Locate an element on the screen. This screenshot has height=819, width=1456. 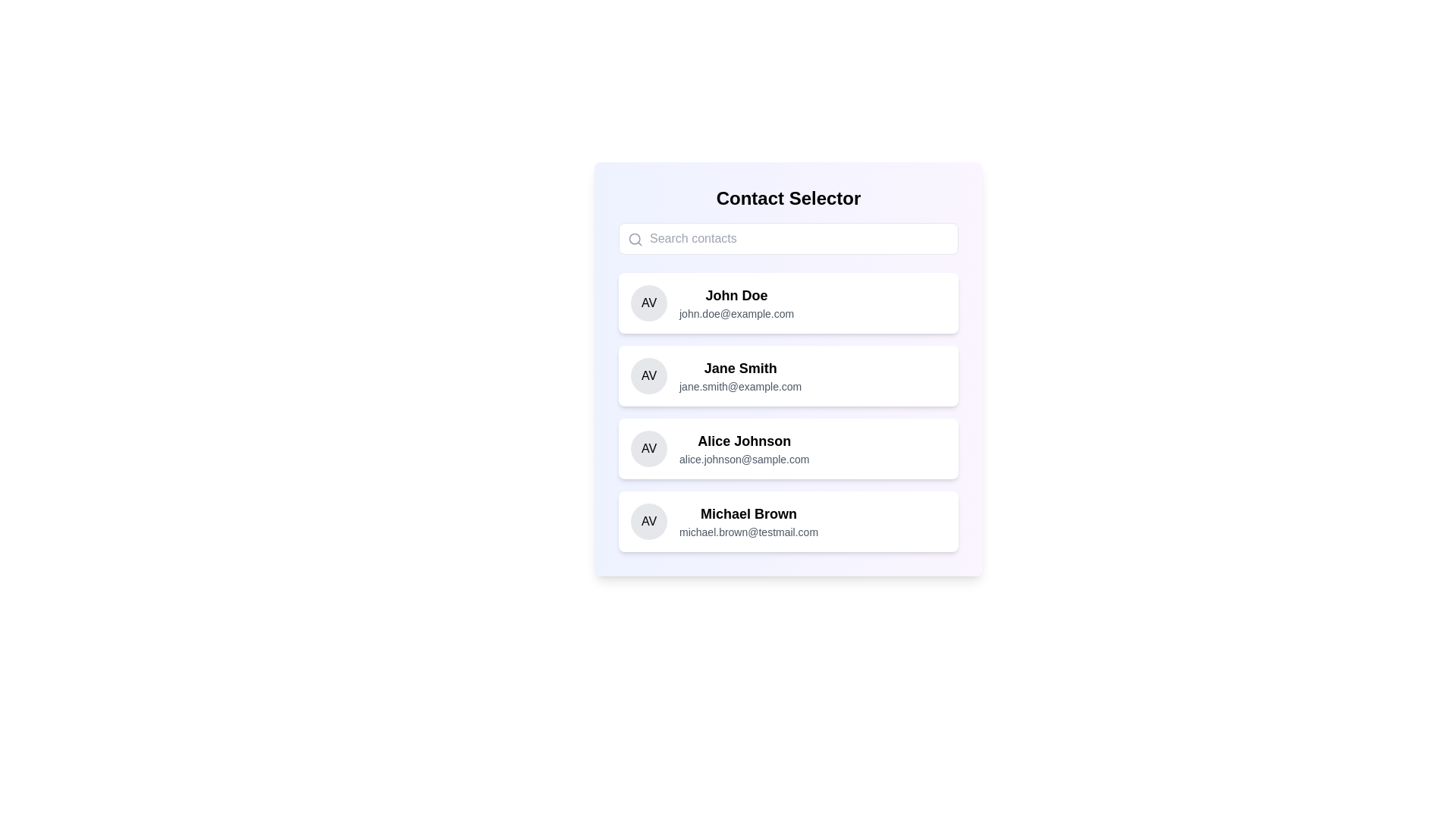
the avatar icon representing the contact 'John Doe' is located at coordinates (648, 303).